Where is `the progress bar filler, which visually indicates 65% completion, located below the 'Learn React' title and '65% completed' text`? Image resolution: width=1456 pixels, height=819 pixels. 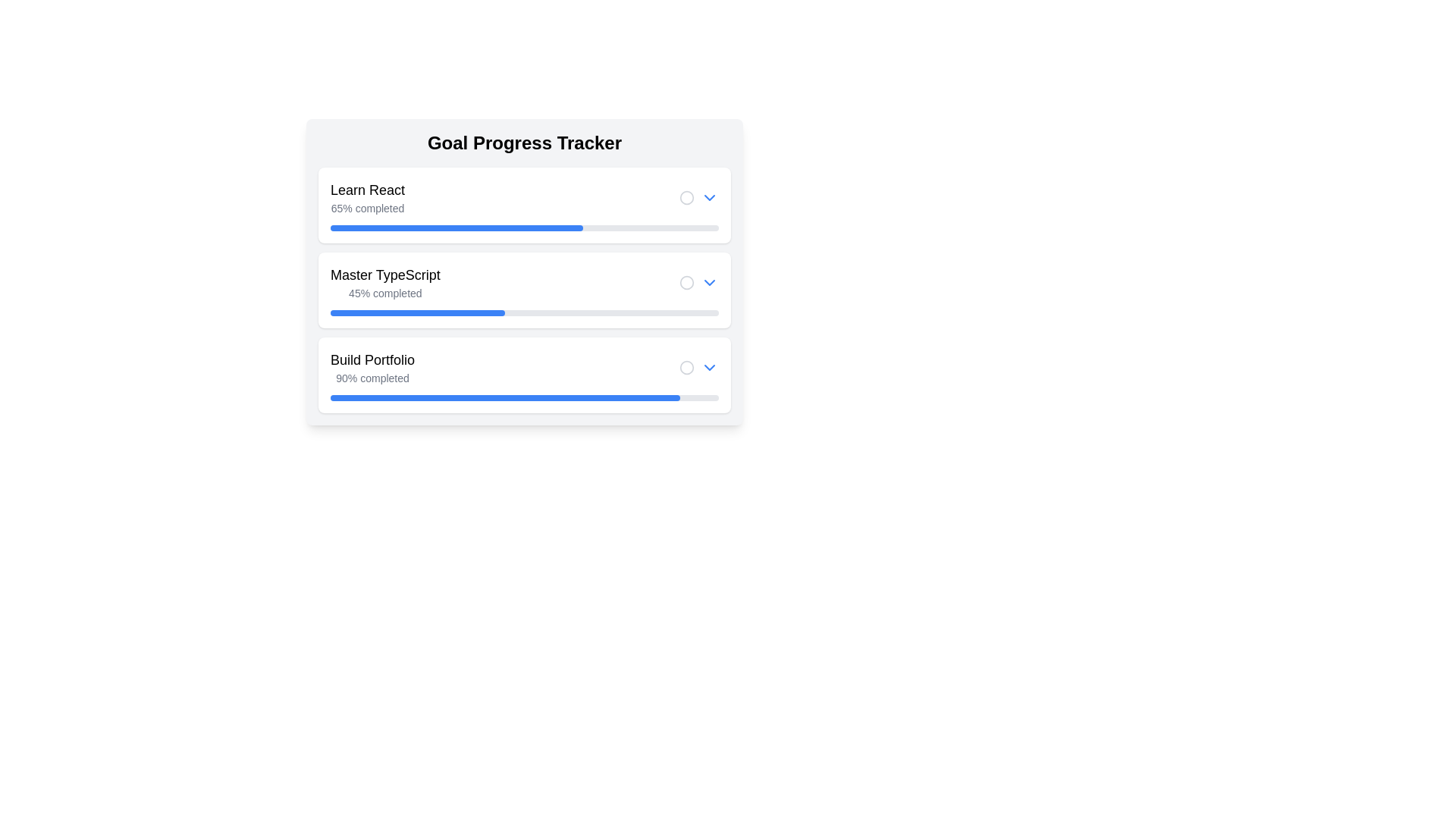 the progress bar filler, which visually indicates 65% completion, located below the 'Learn React' title and '65% completed' text is located at coordinates (456, 227).